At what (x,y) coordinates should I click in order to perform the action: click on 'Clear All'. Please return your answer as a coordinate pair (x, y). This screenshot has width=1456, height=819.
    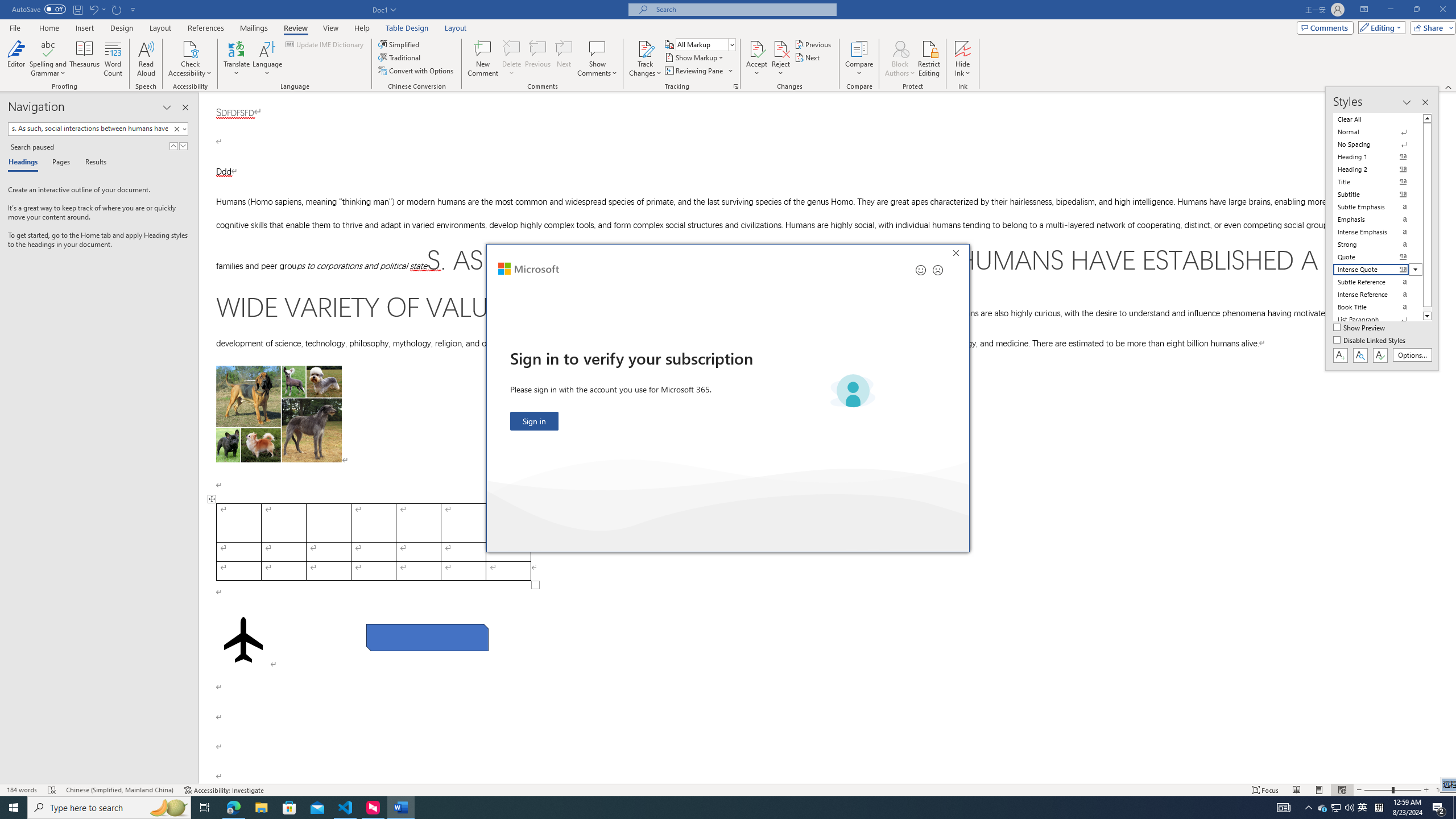
    Looking at the image, I should click on (1378, 118).